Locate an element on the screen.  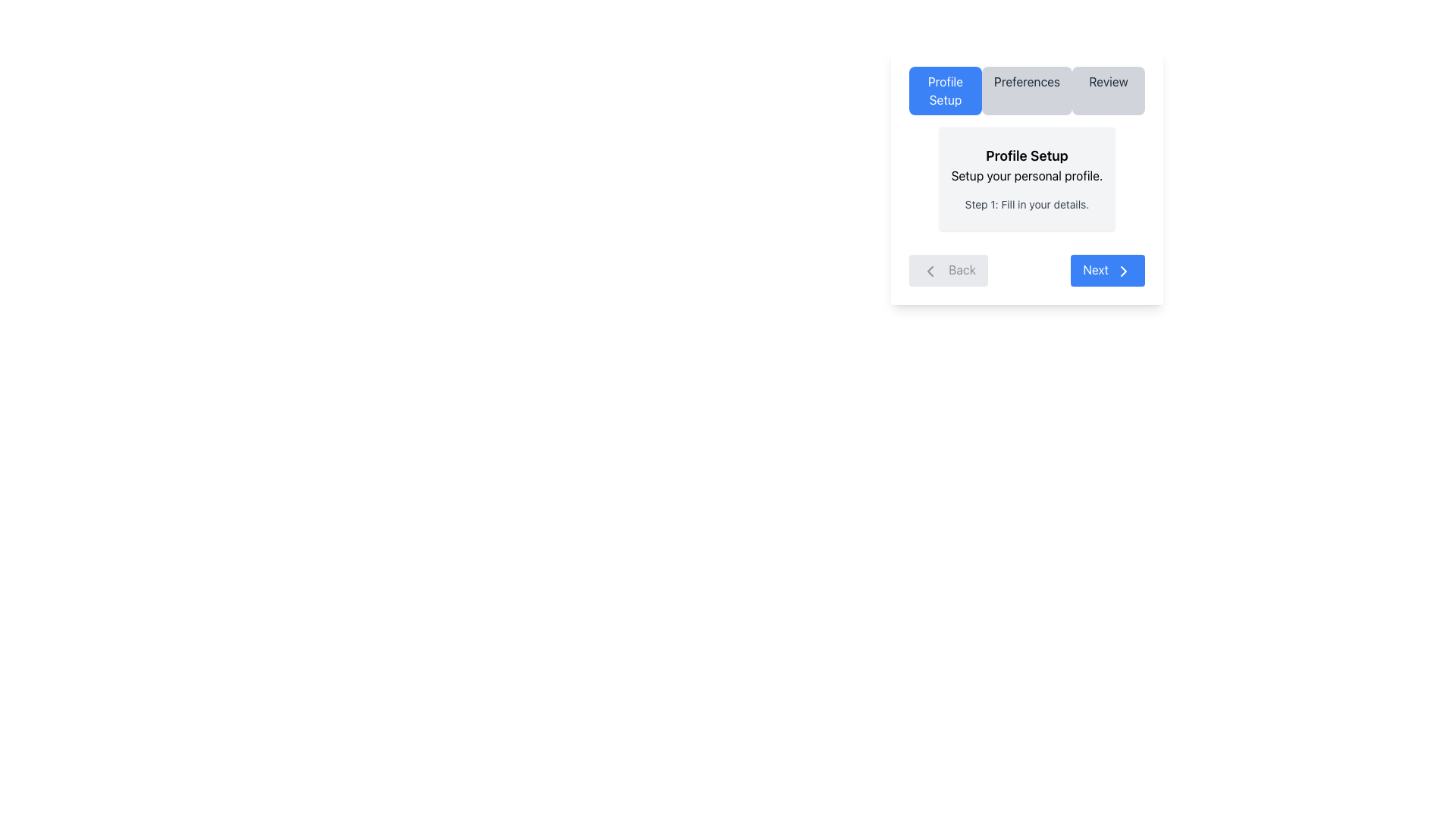
the back navigation button located at the bottom left corner of the context box is located at coordinates (947, 269).